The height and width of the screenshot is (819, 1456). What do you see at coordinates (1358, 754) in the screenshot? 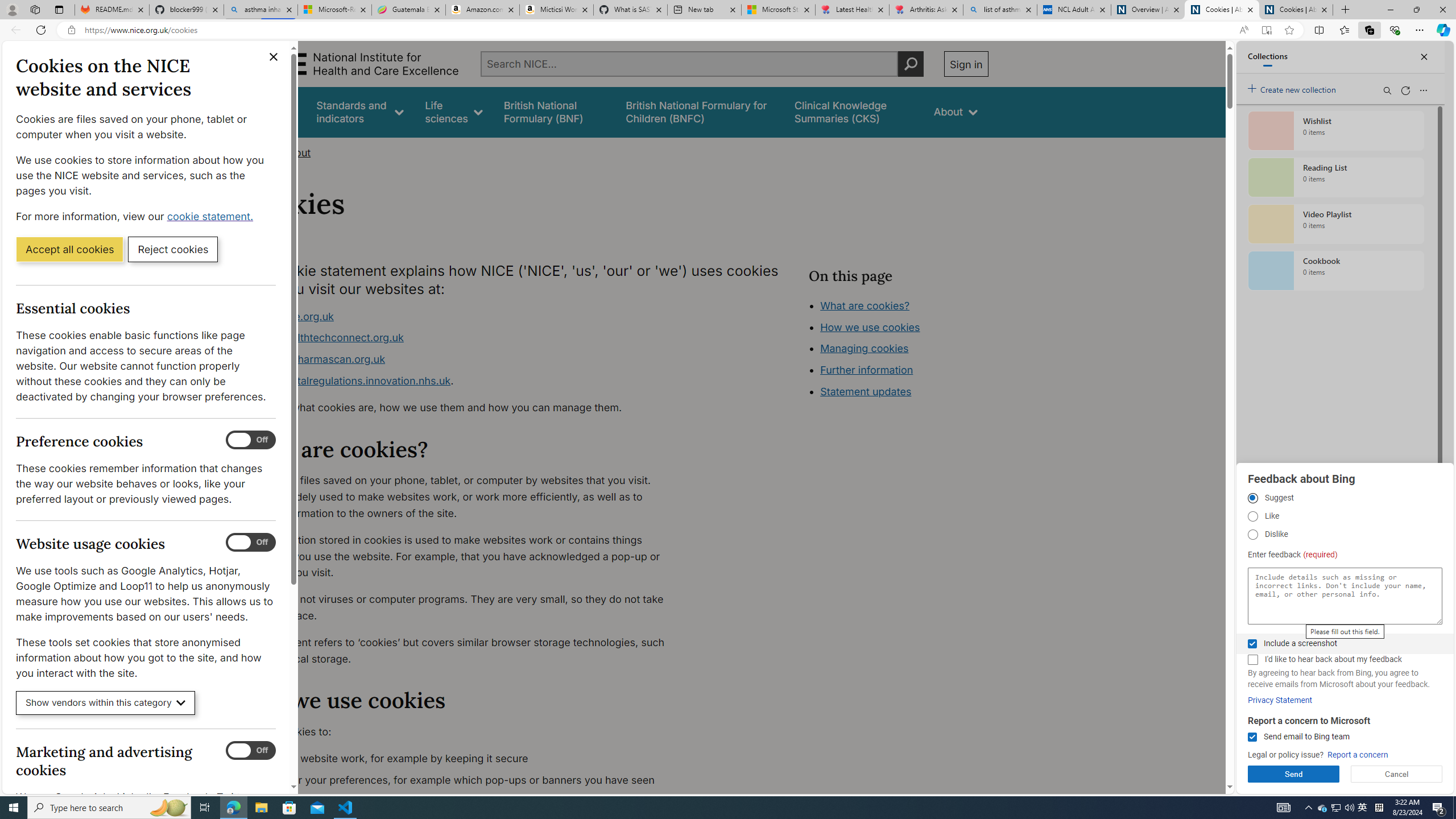
I see `'Report a concern'` at bounding box center [1358, 754].